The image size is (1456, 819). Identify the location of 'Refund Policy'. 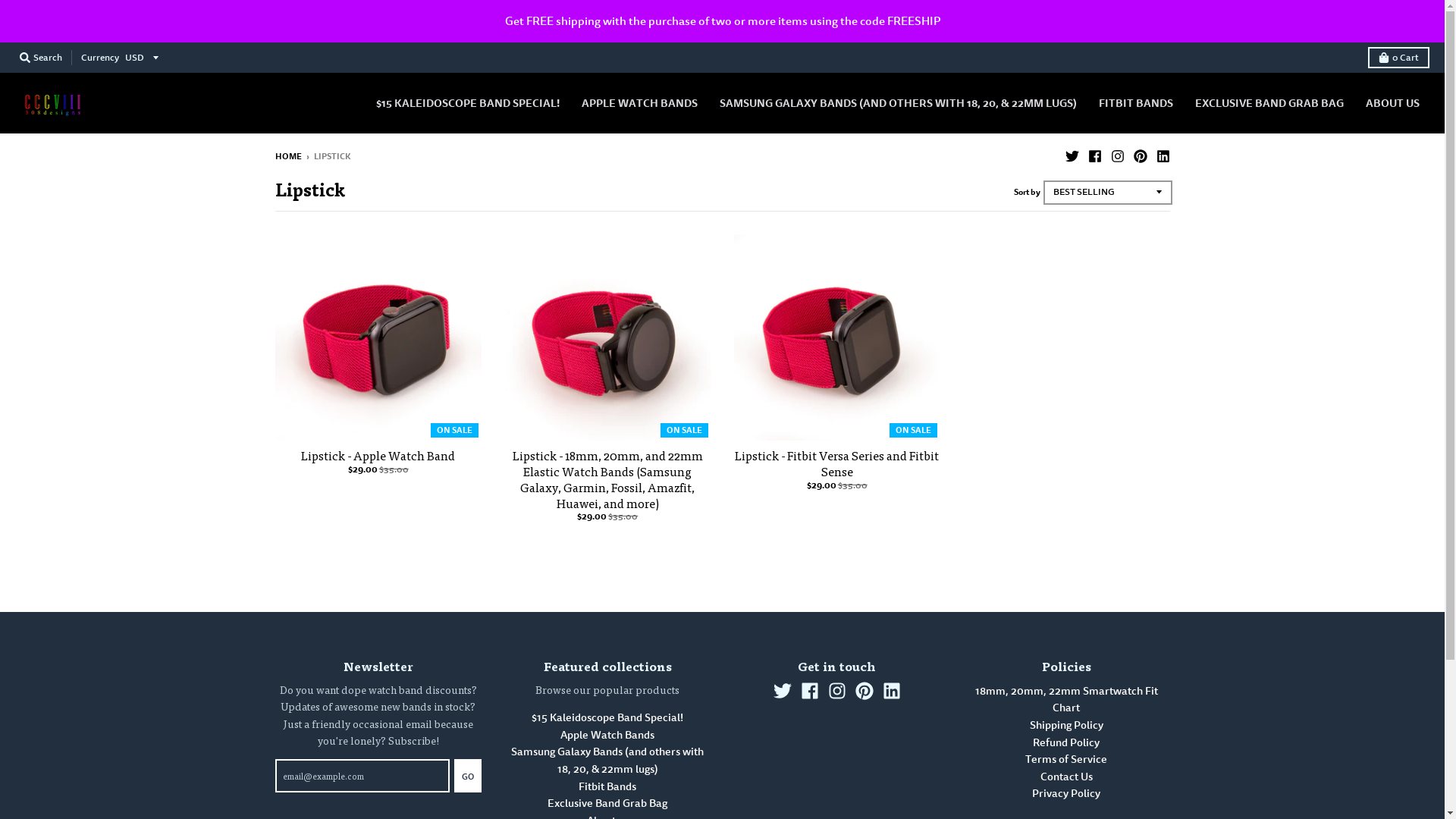
(1065, 742).